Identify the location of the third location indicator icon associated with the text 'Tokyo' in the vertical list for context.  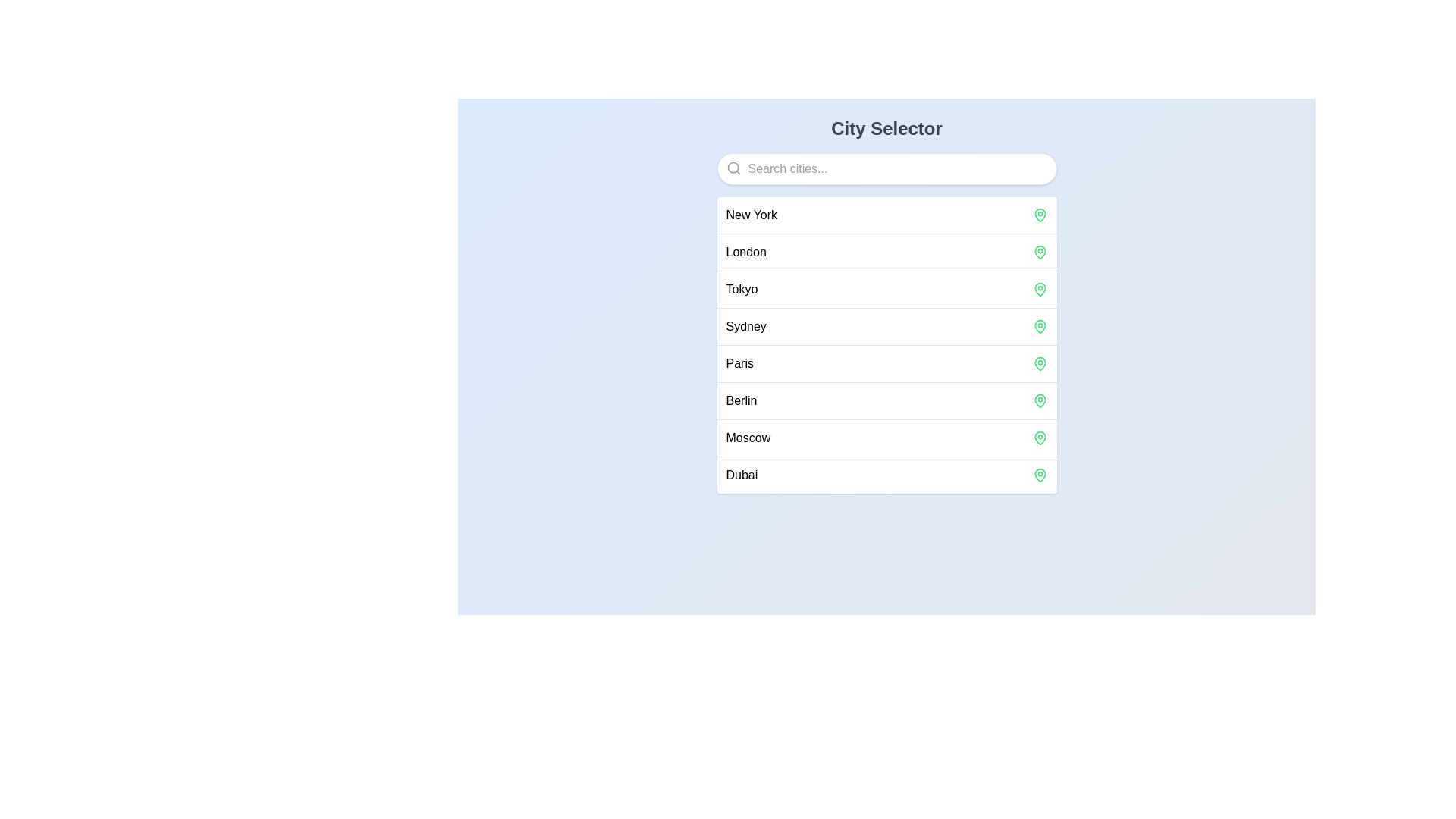
(1039, 289).